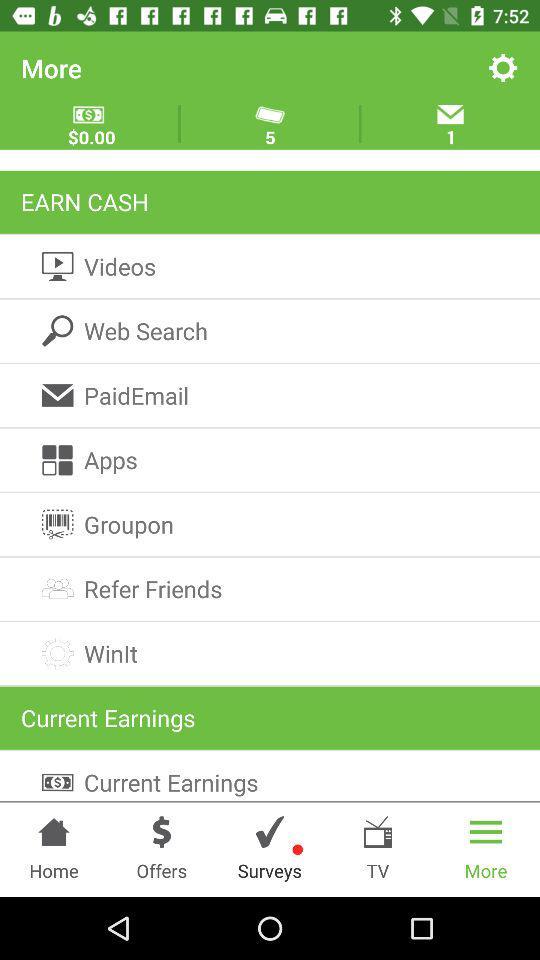 This screenshot has height=960, width=540. I want to click on item above winit icon, so click(270, 589).